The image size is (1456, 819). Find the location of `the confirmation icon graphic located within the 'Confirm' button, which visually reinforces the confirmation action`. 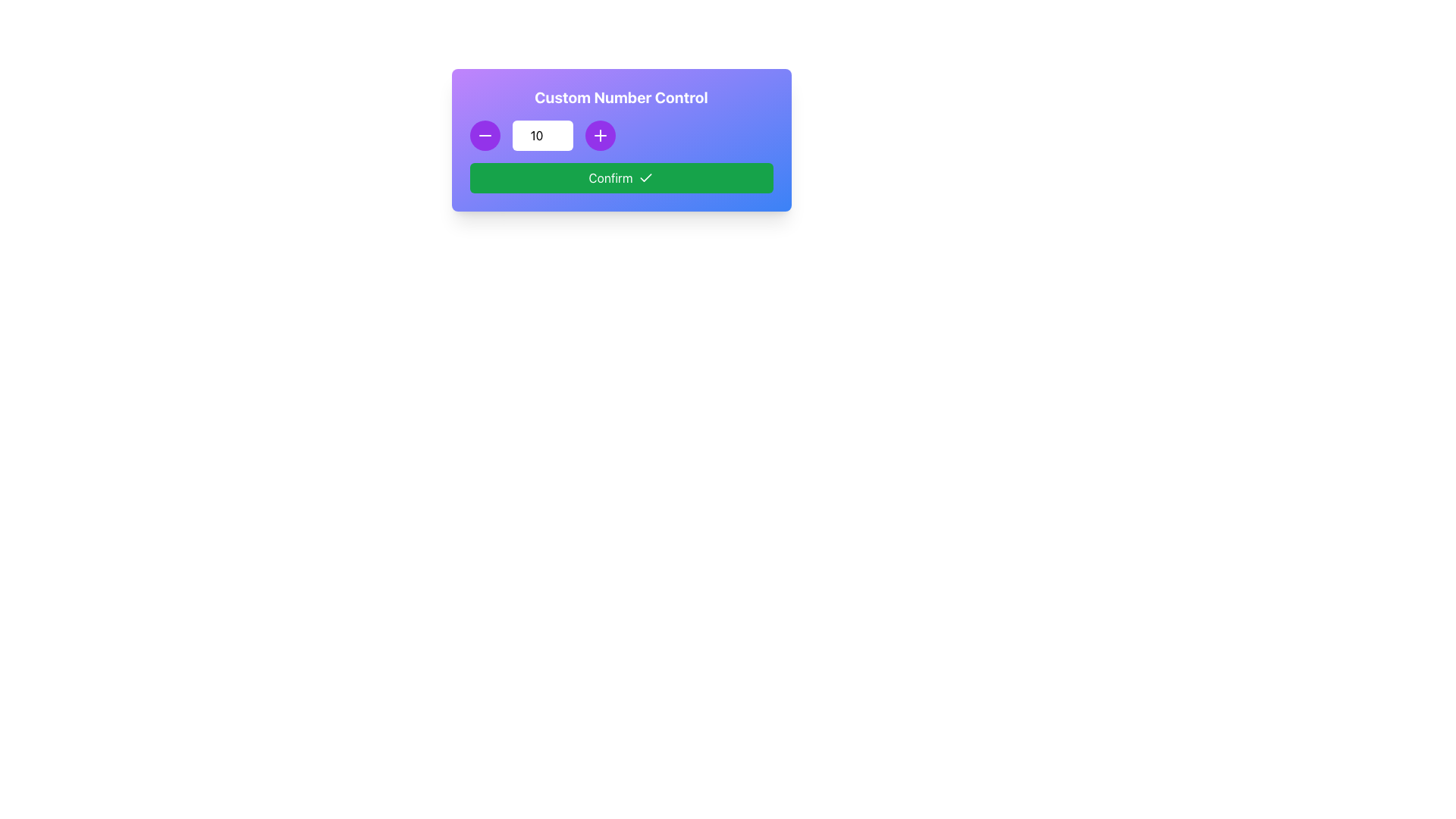

the confirmation icon graphic located within the 'Confirm' button, which visually reinforces the confirmation action is located at coordinates (646, 177).